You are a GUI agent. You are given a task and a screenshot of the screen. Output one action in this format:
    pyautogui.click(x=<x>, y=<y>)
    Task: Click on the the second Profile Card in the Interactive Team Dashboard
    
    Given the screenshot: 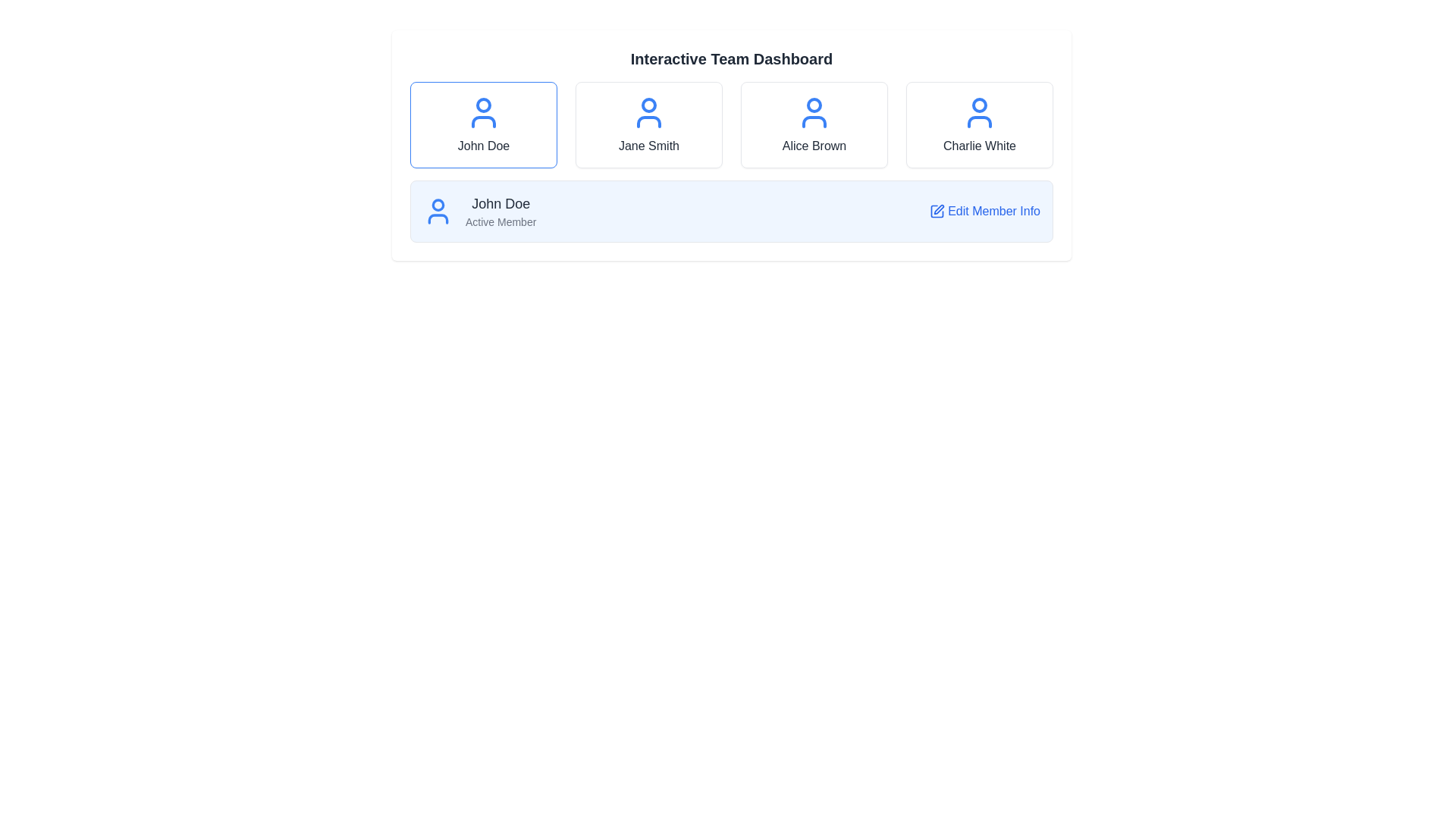 What is the action you would take?
    pyautogui.click(x=648, y=124)
    